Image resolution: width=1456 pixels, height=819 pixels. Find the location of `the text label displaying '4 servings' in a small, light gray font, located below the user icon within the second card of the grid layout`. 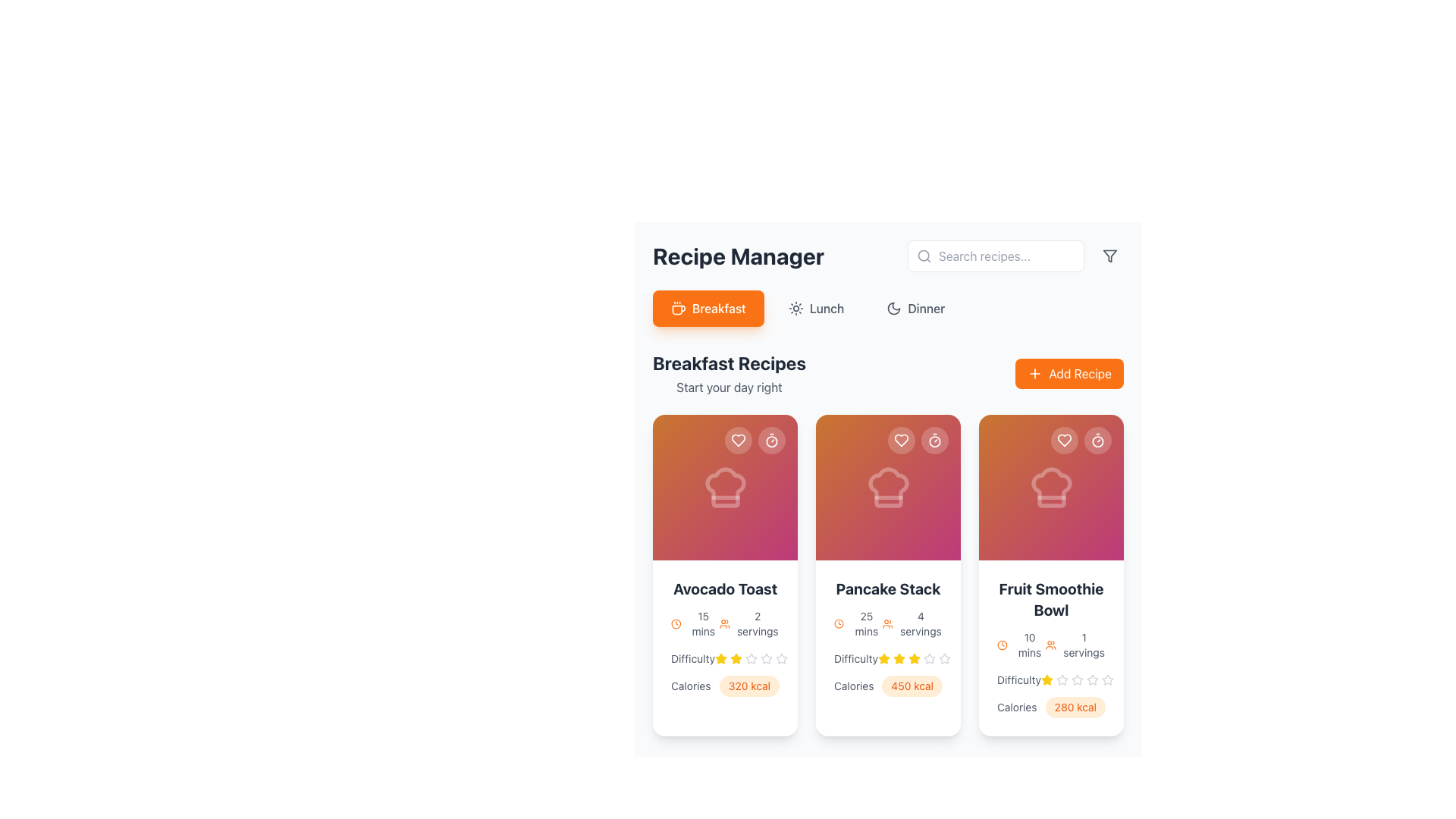

the text label displaying '4 servings' in a small, light gray font, located below the user icon within the second card of the grid layout is located at coordinates (920, 623).